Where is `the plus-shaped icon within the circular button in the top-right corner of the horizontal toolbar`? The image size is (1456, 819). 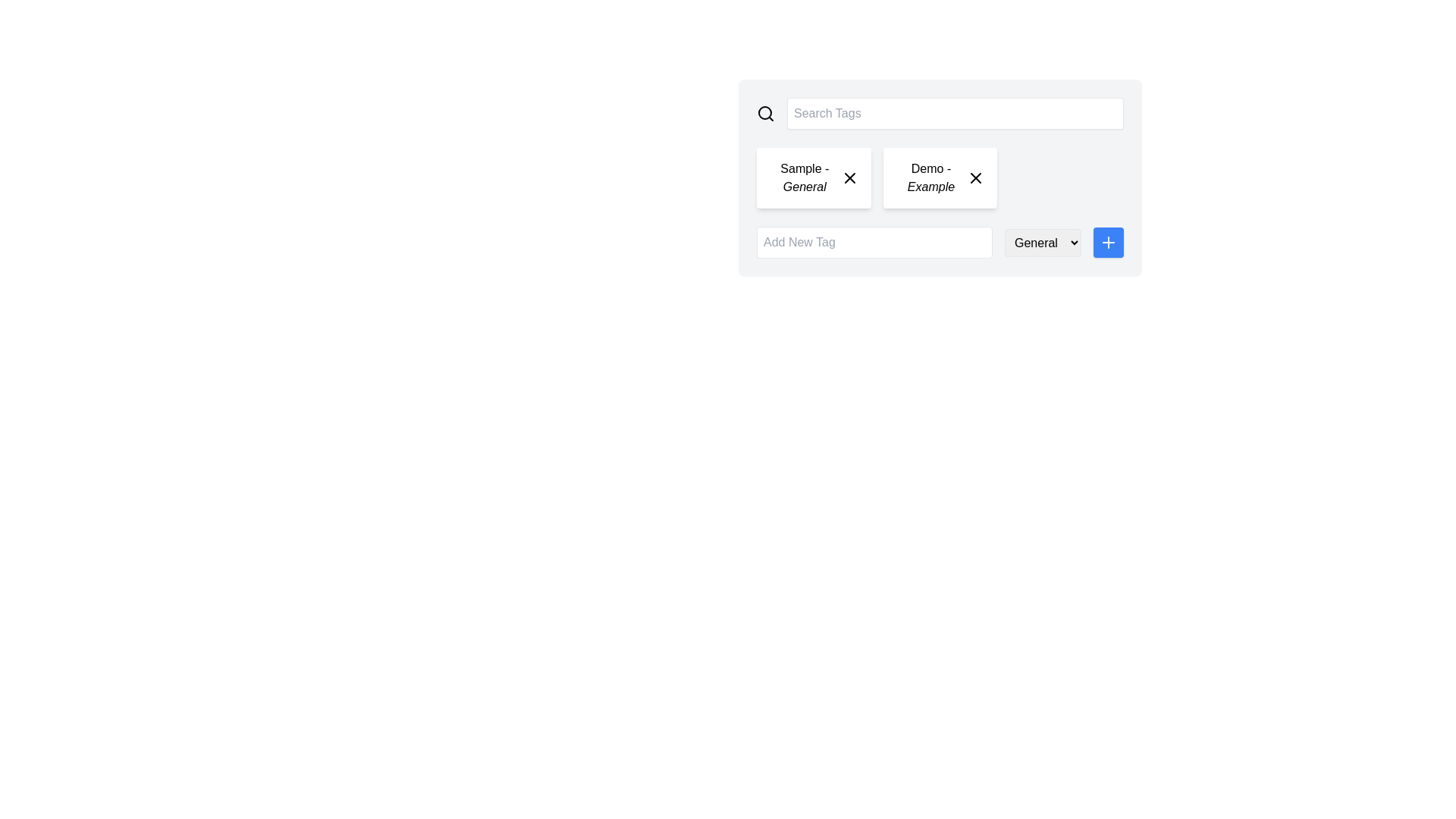 the plus-shaped icon within the circular button in the top-right corner of the horizontal toolbar is located at coordinates (1109, 242).